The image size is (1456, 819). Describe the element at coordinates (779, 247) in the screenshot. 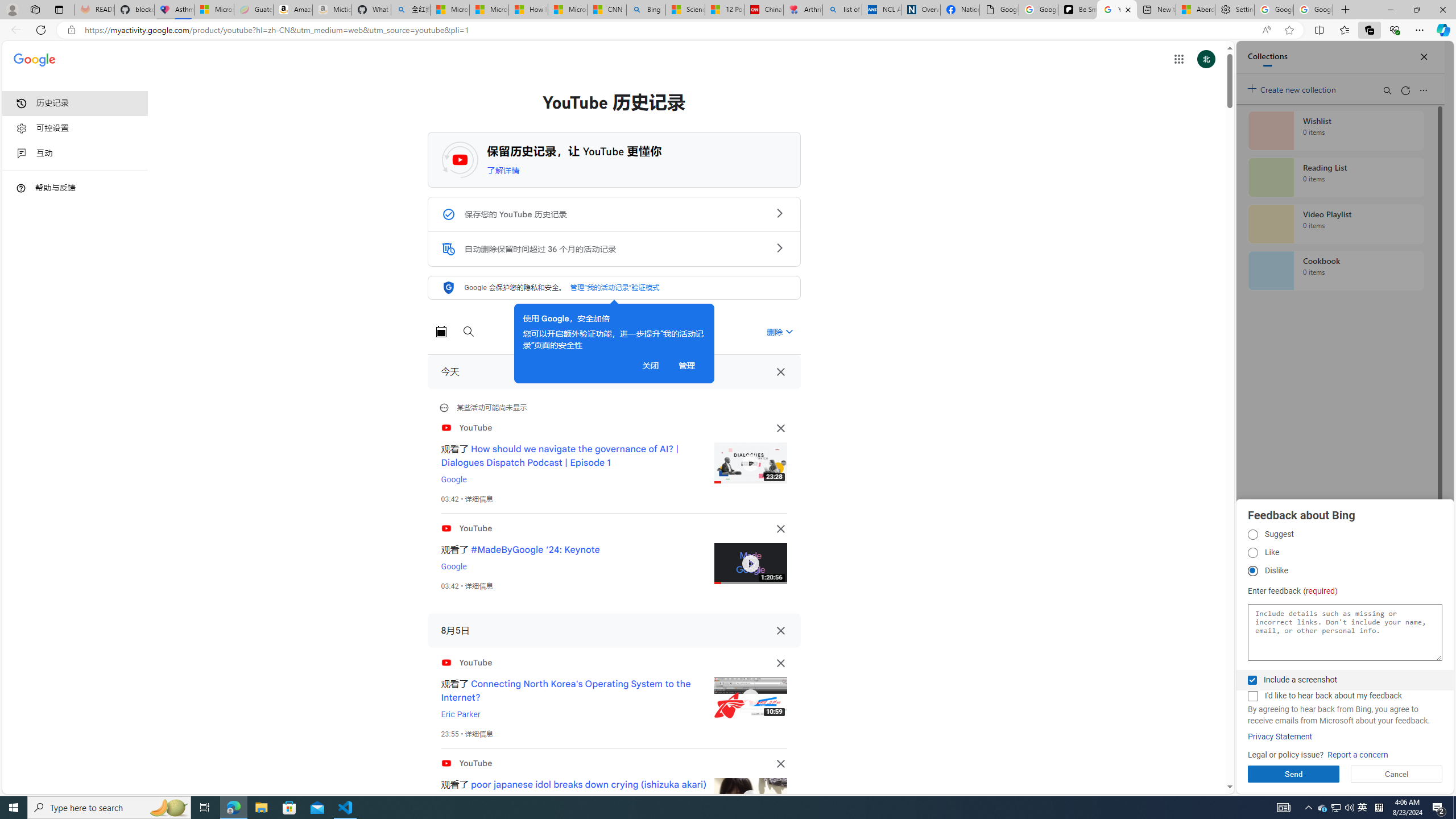

I see `'Class: gD71Gb NMm5M hhikbc'` at that location.